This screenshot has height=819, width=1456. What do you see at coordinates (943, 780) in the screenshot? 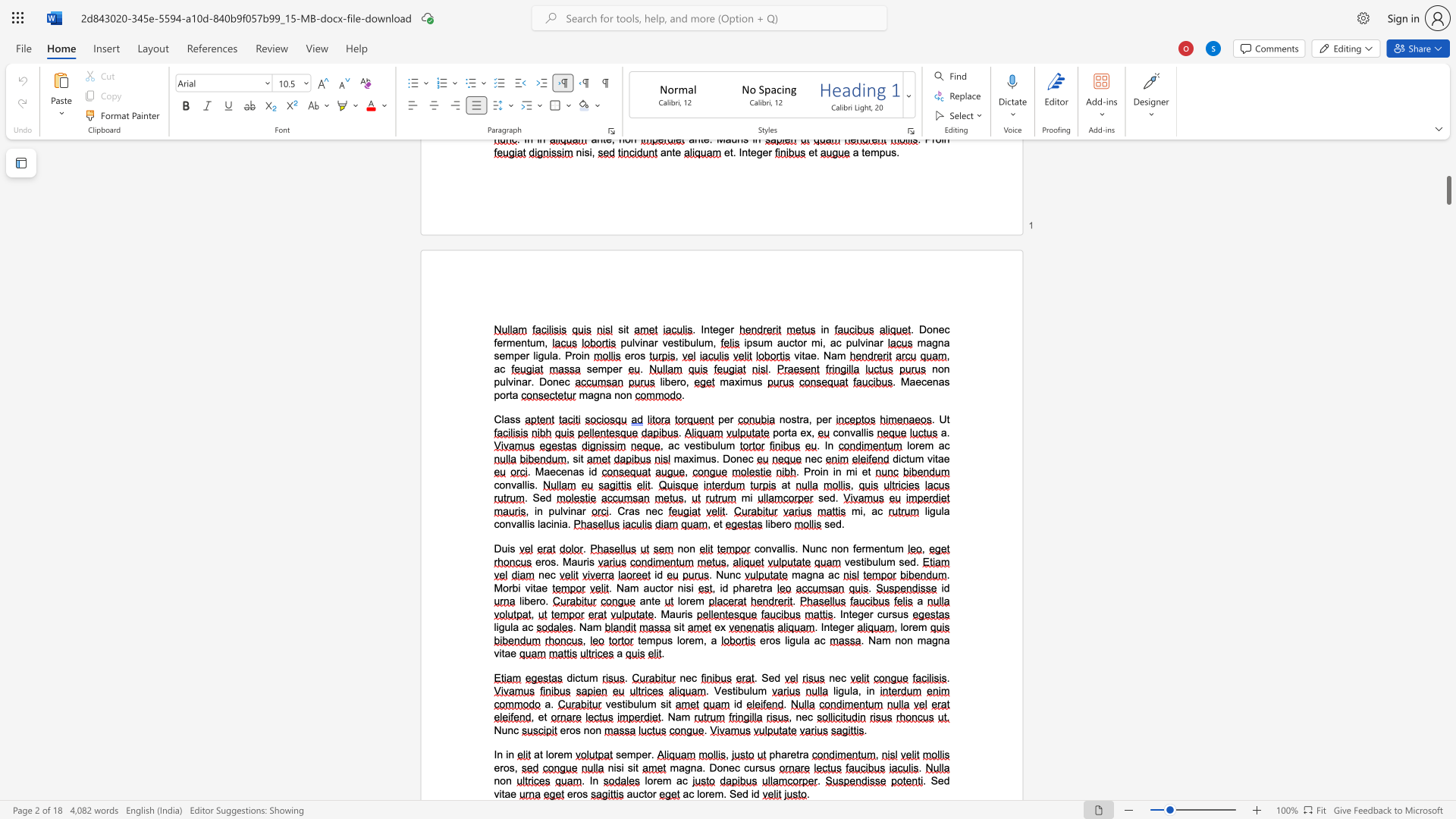
I see `the space between the continuous character "e" and "d" in the text` at bounding box center [943, 780].